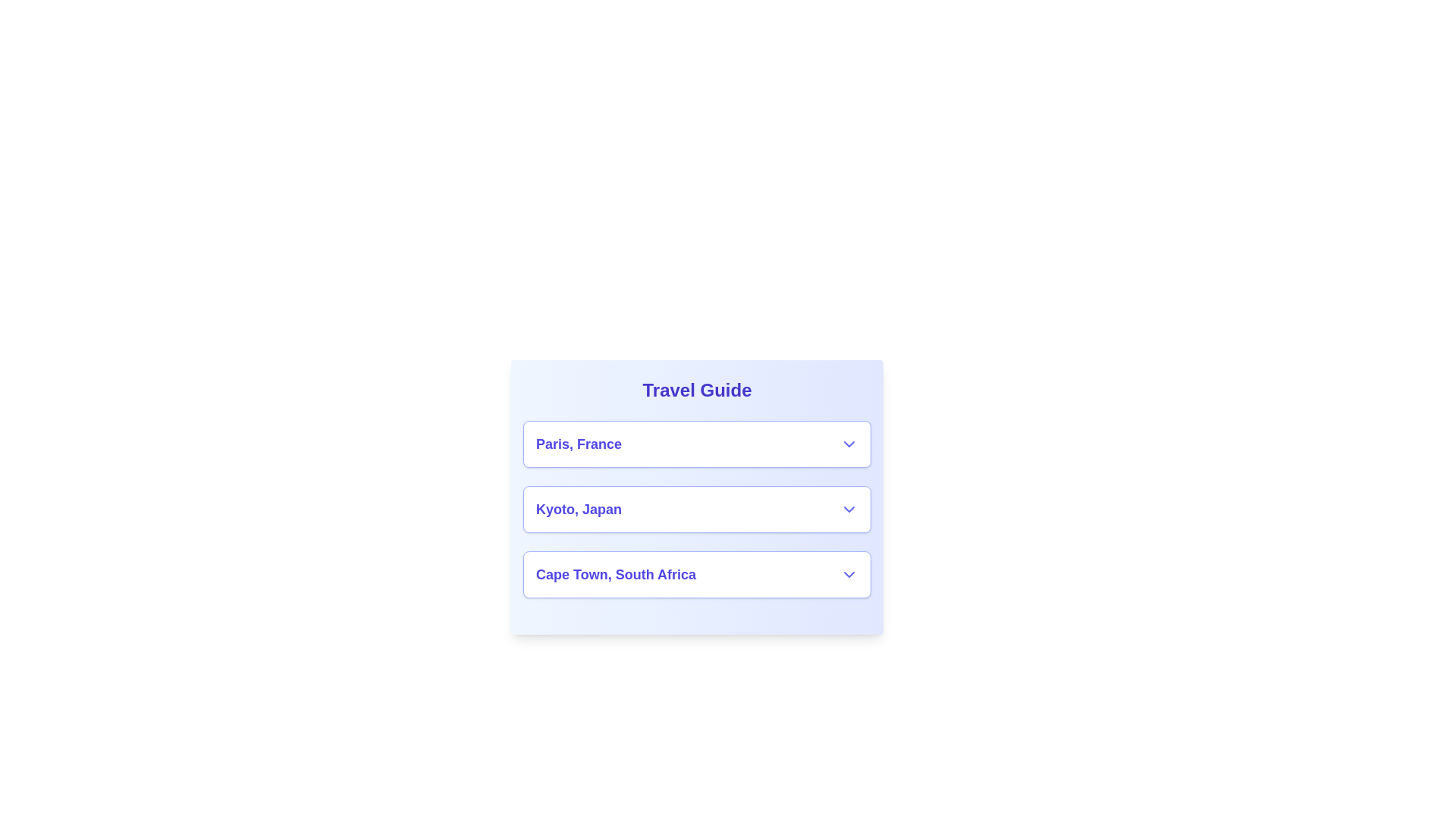 Image resolution: width=1456 pixels, height=819 pixels. Describe the element at coordinates (848, 444) in the screenshot. I see `the downward-facing chevron icon styled with 'lucide lucide-chevron-down w-6 h-6 text-indigo-500'` at that location.